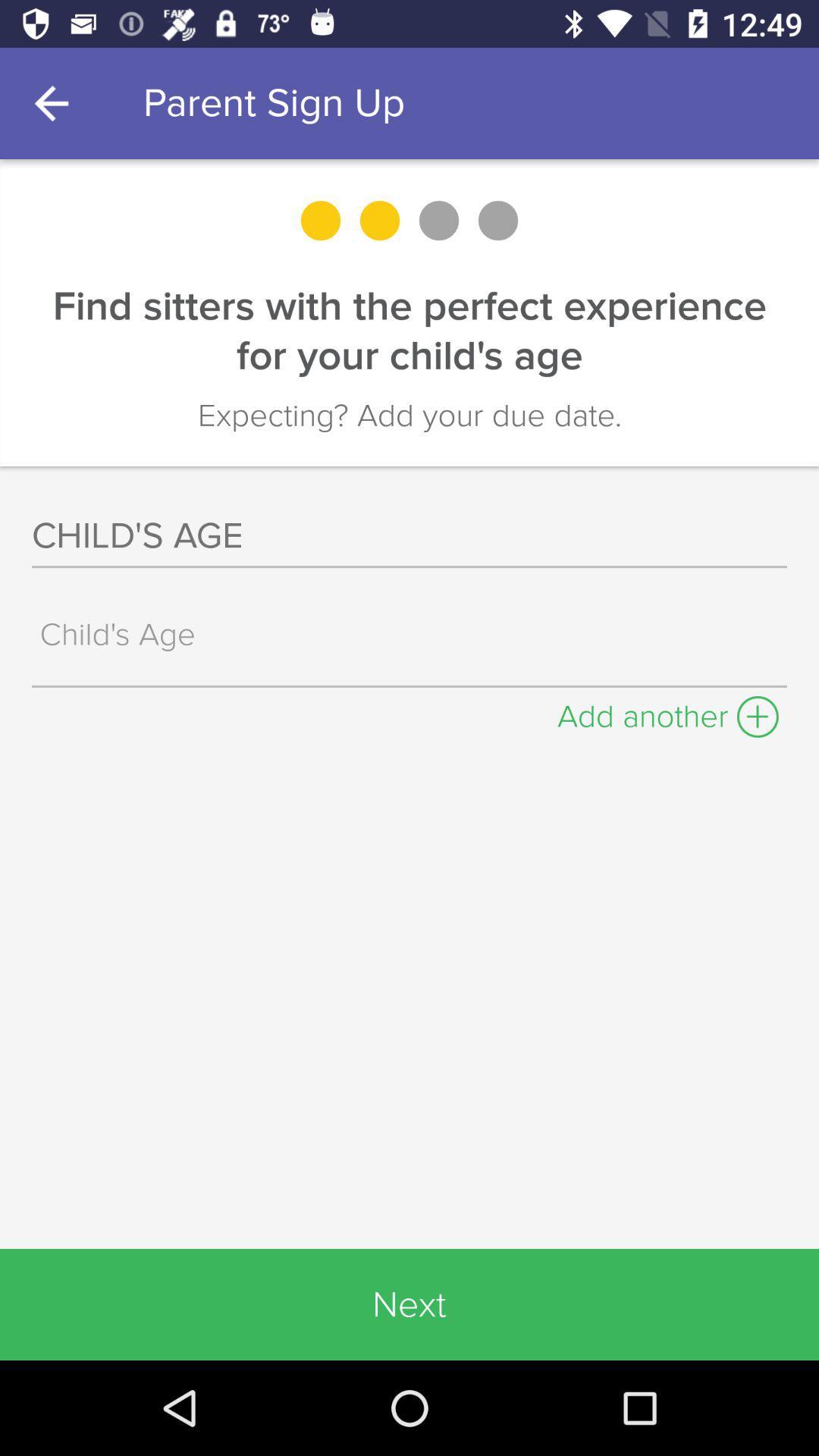  I want to click on search box, so click(413, 634).